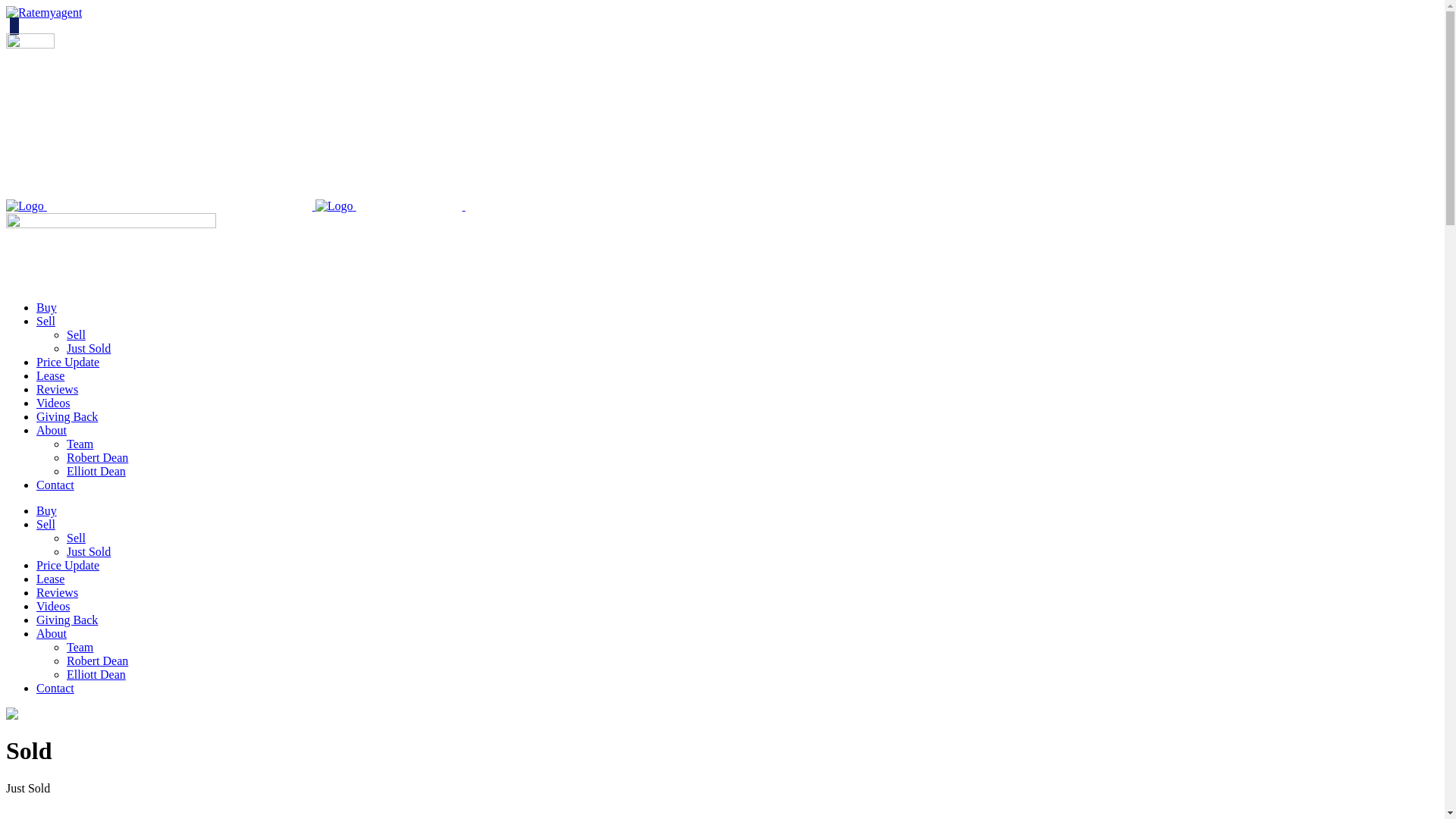 This screenshot has height=819, width=1456. What do you see at coordinates (79, 647) in the screenshot?
I see `'Team'` at bounding box center [79, 647].